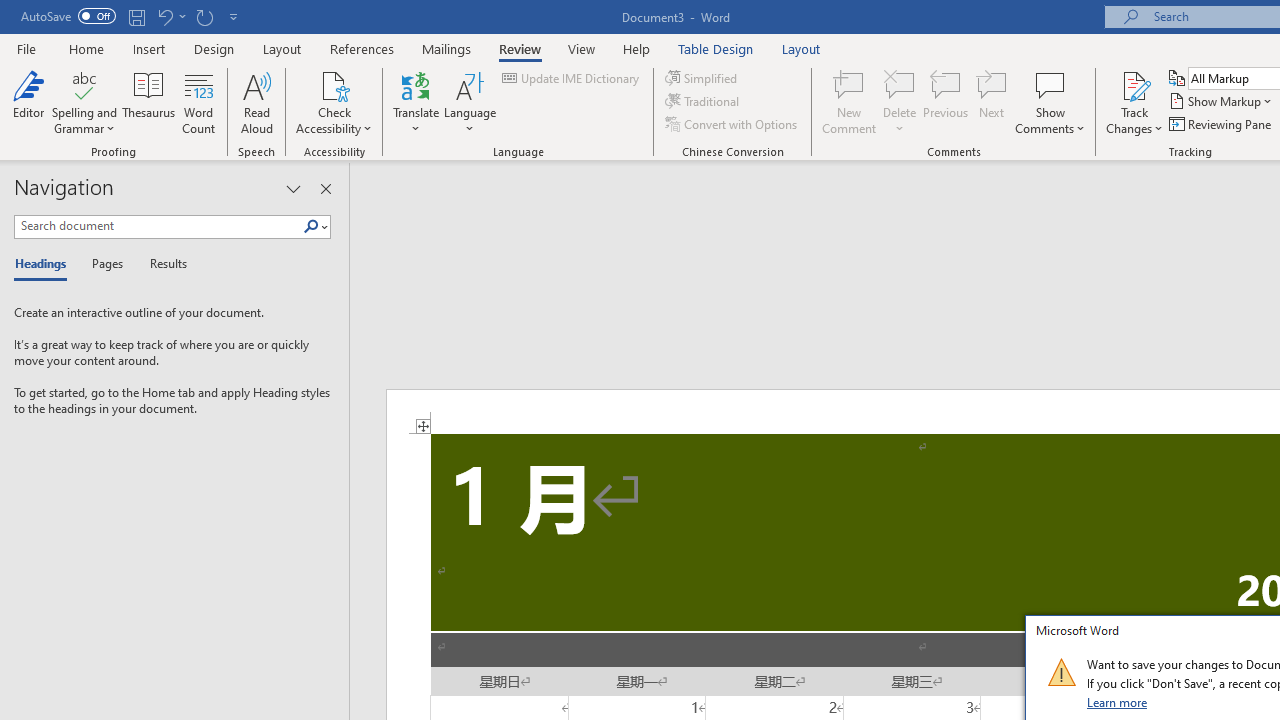  What do you see at coordinates (1220, 124) in the screenshot?
I see `'Reviewing Pane'` at bounding box center [1220, 124].